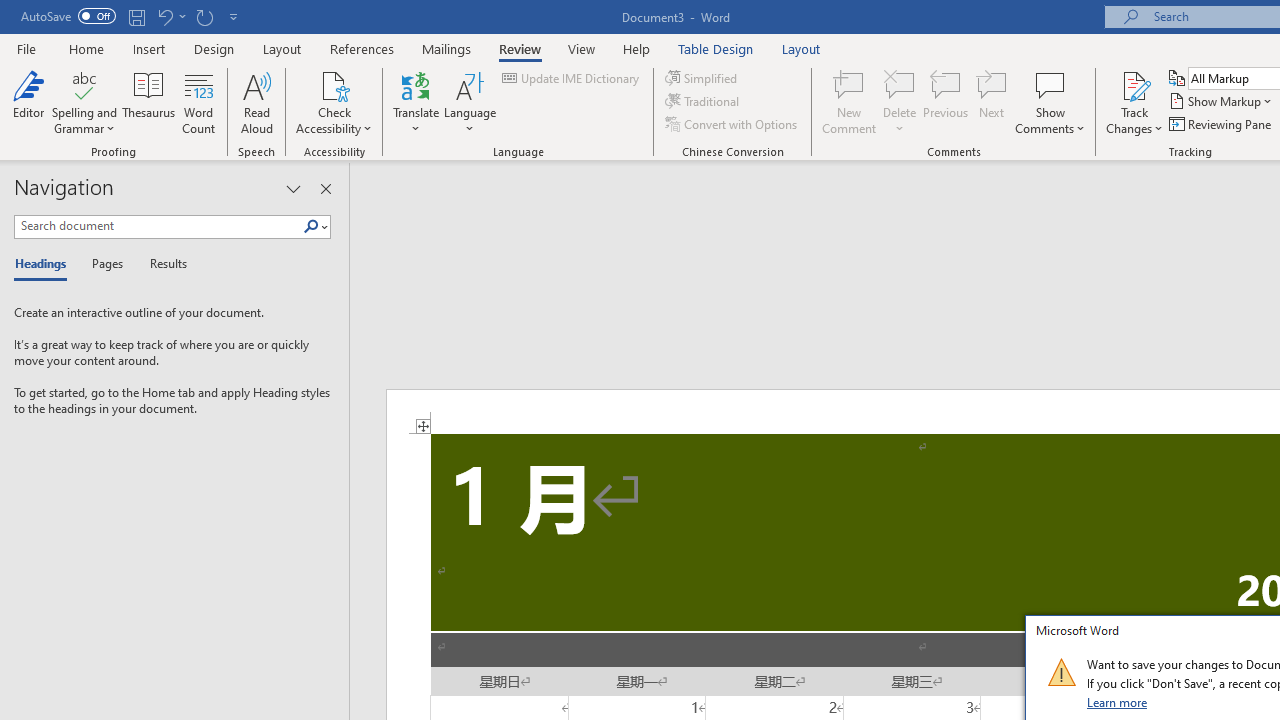  What do you see at coordinates (1220, 124) in the screenshot?
I see `'Reviewing Pane'` at bounding box center [1220, 124].